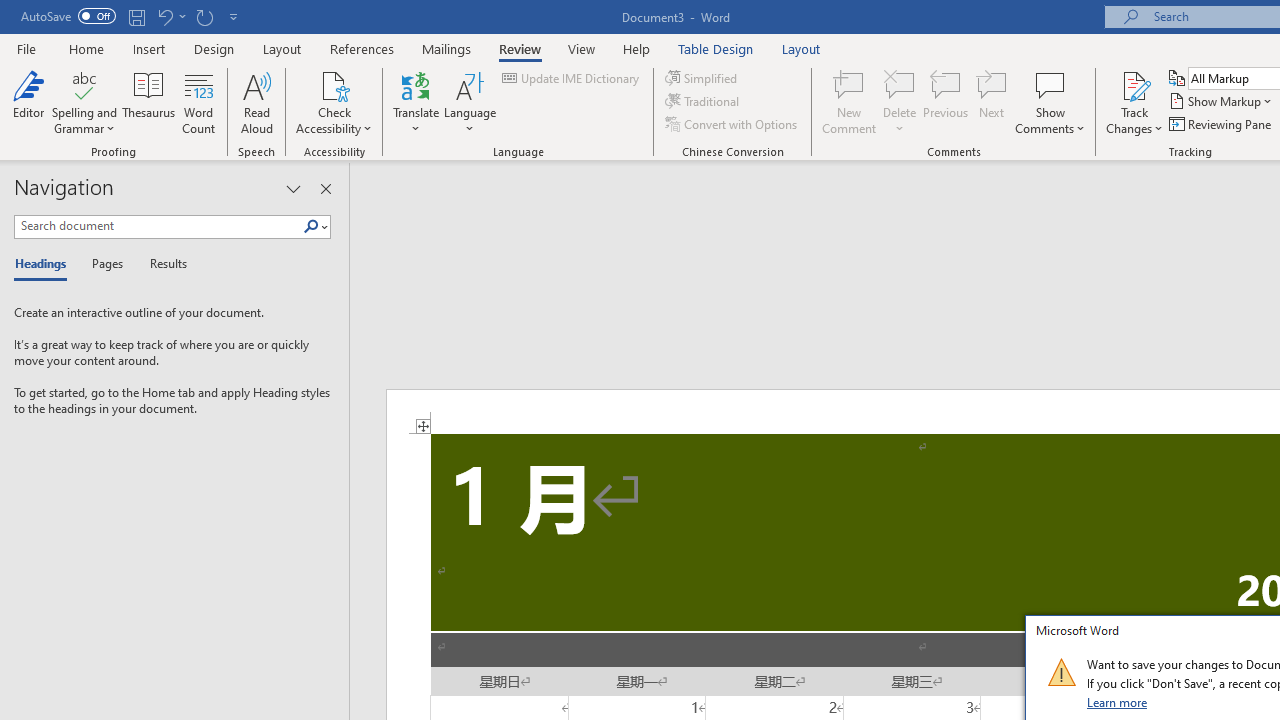  What do you see at coordinates (1220, 124) in the screenshot?
I see `'Reviewing Pane'` at bounding box center [1220, 124].